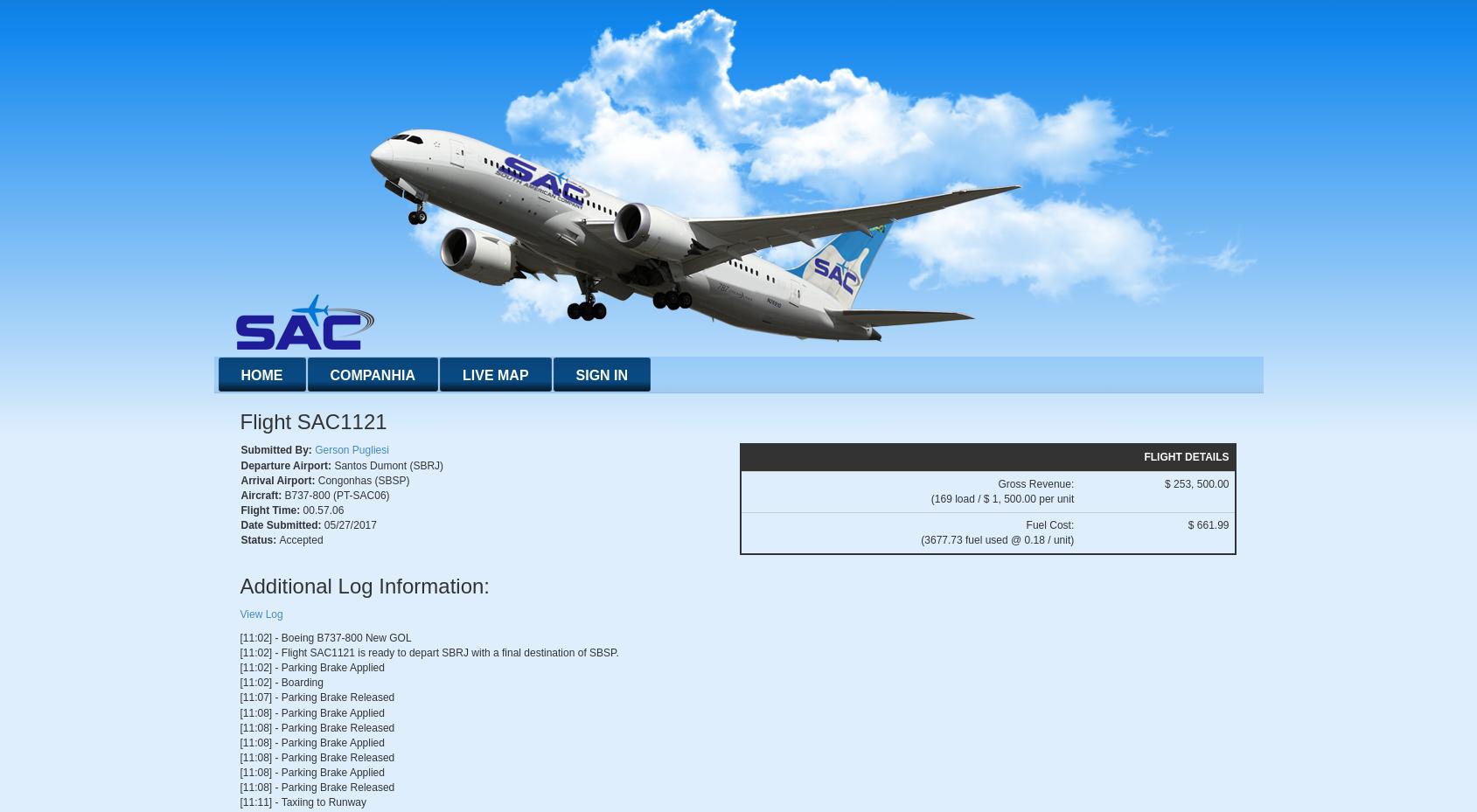  Describe the element at coordinates (238, 682) in the screenshot. I see `'[11:02] - Boarding'` at that location.